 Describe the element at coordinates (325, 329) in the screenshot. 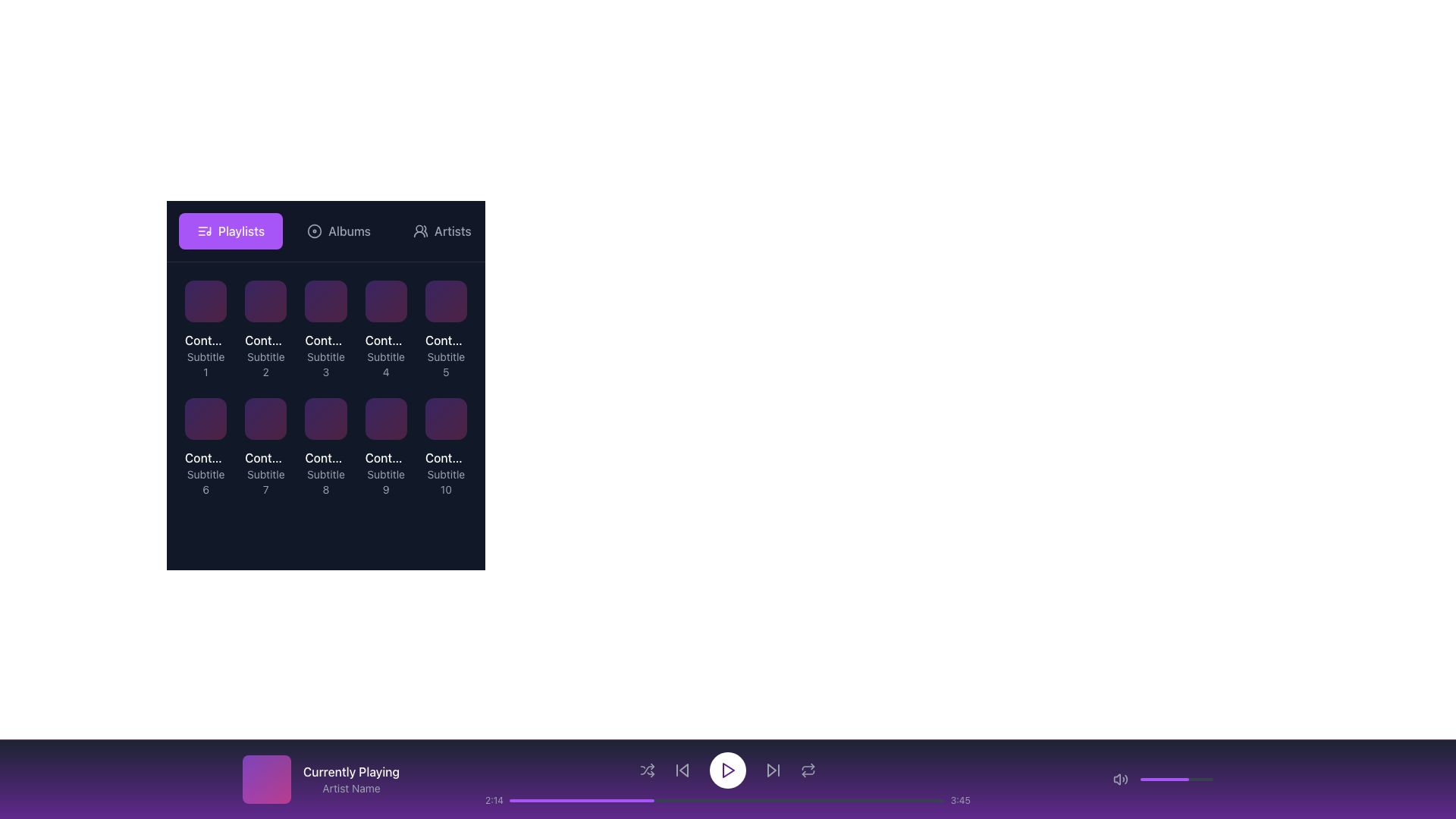

I see `the third clickable item in the grid representing 'Content Title 3'` at that location.